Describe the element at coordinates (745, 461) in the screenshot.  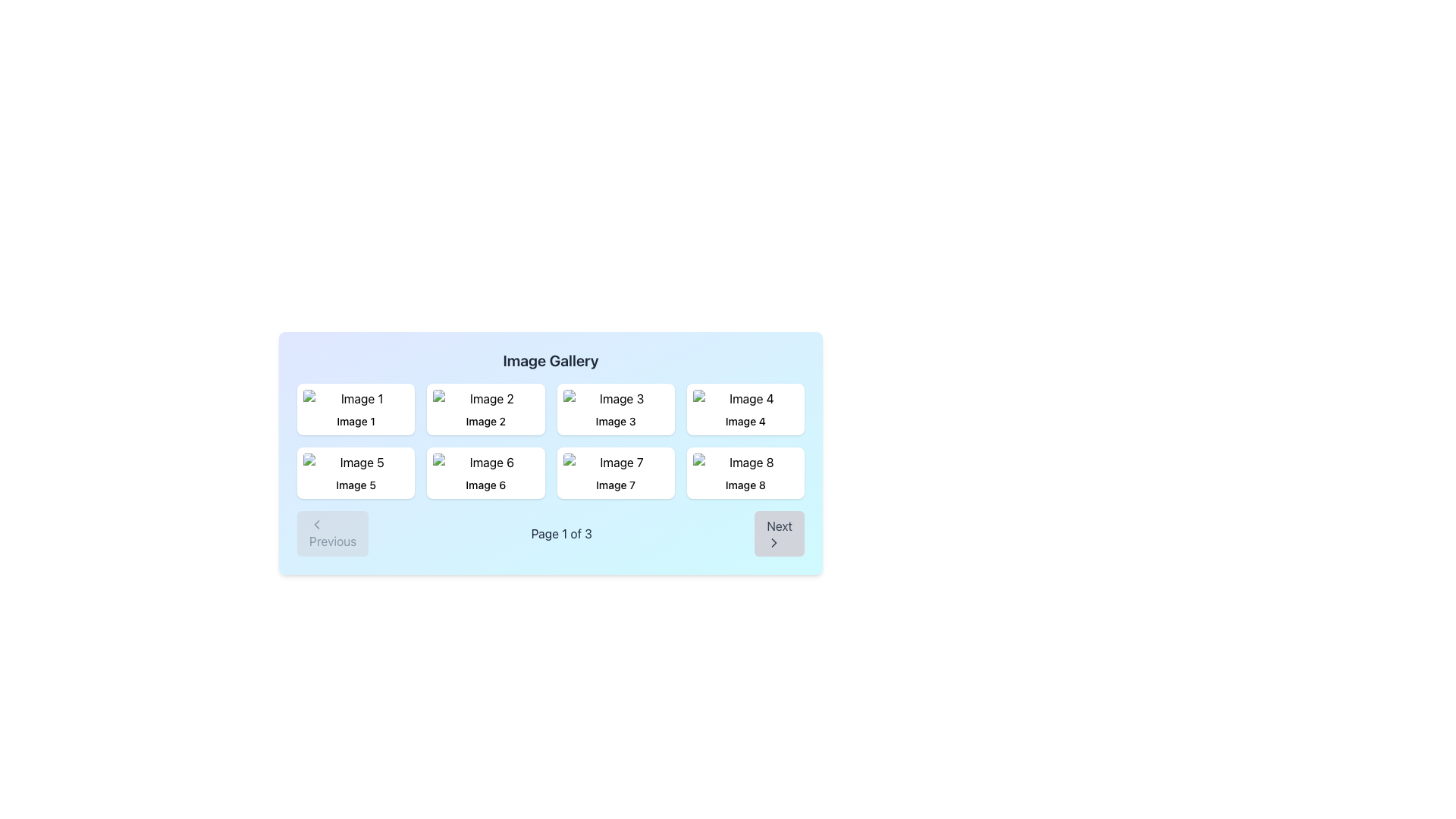
I see `the image representing 'Image 8' located in the lower right of the image gallery` at that location.